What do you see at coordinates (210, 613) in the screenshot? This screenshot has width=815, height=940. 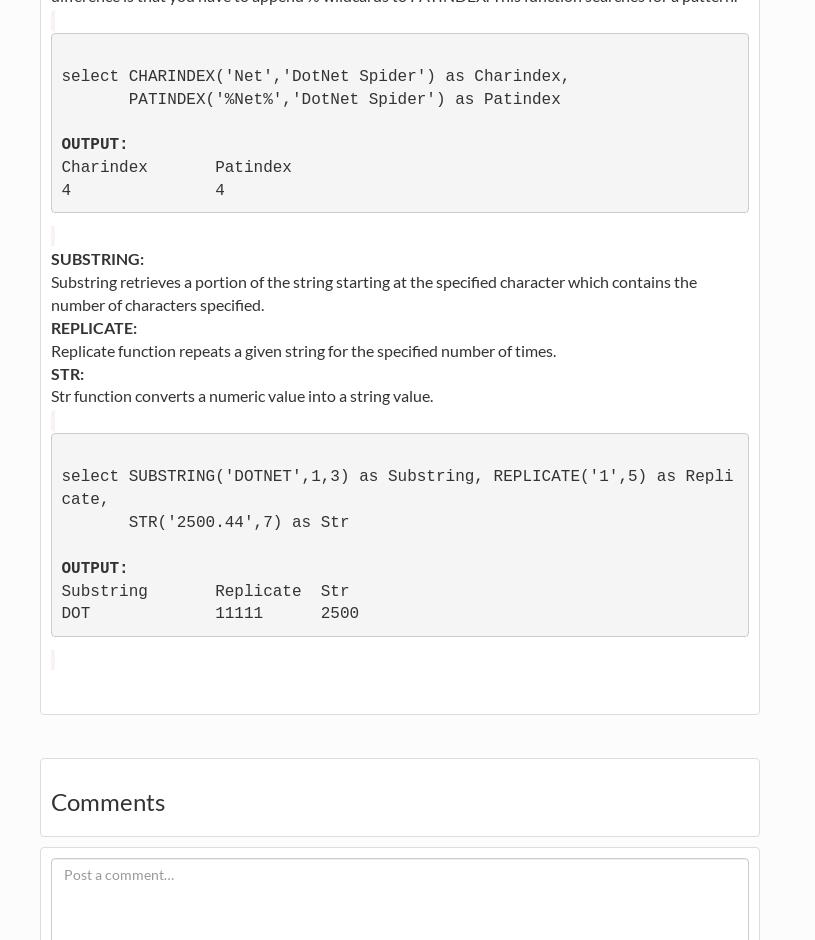 I see `'DOT		11111	   2500'` at bounding box center [210, 613].